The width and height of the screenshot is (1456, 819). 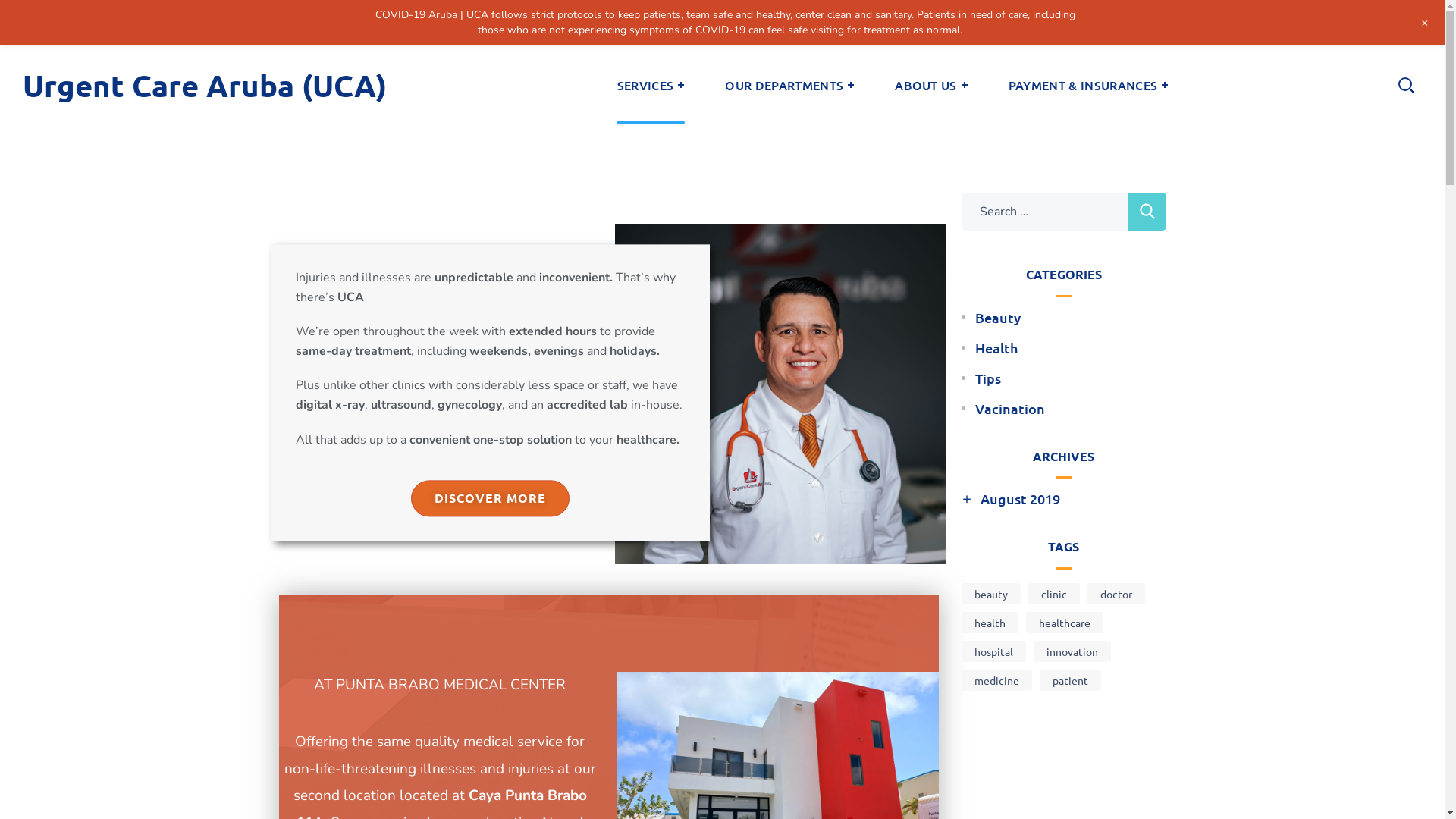 I want to click on 'health', so click(x=990, y=623).